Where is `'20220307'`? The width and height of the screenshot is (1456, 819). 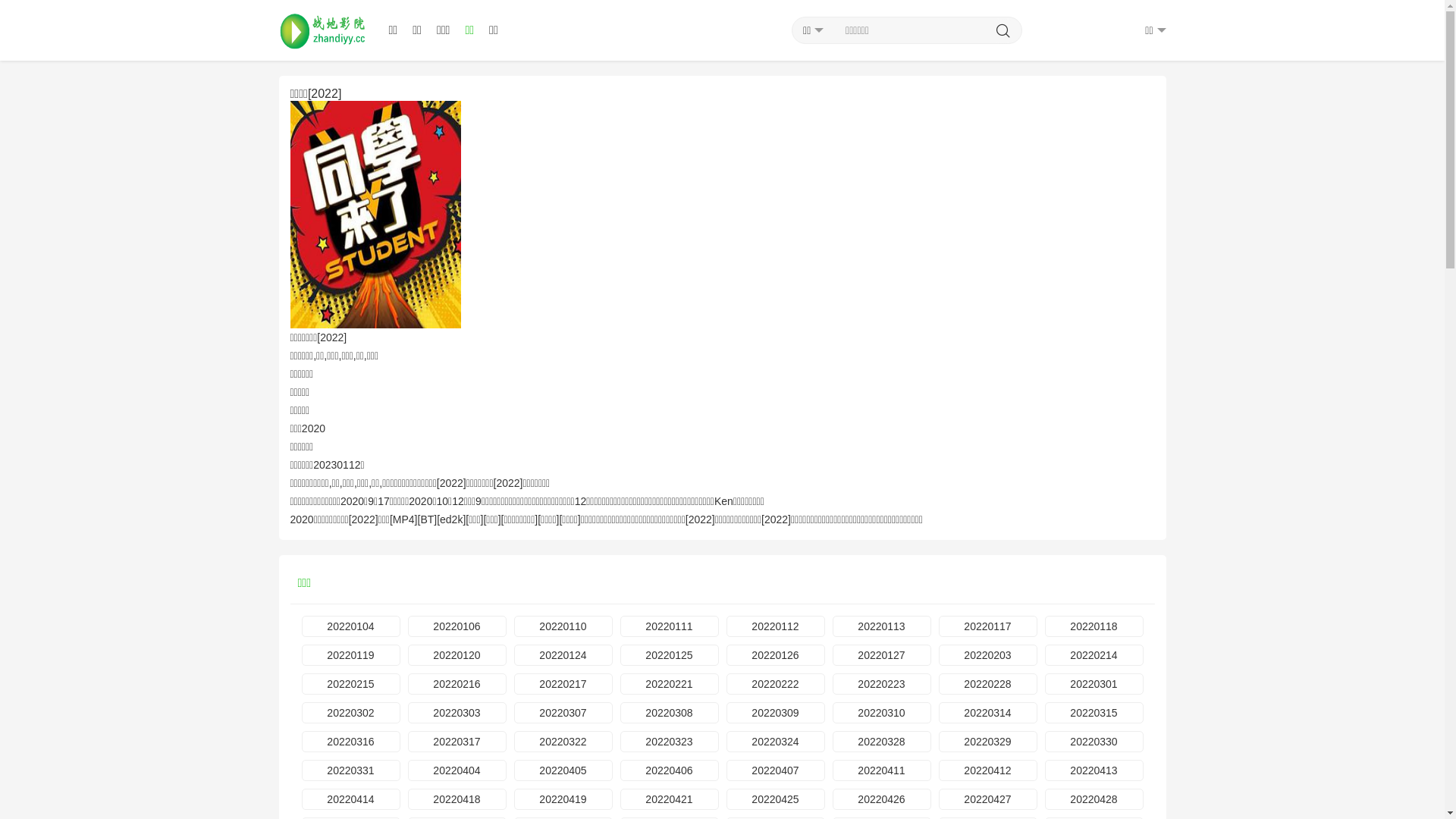
'20220307' is located at coordinates (563, 713).